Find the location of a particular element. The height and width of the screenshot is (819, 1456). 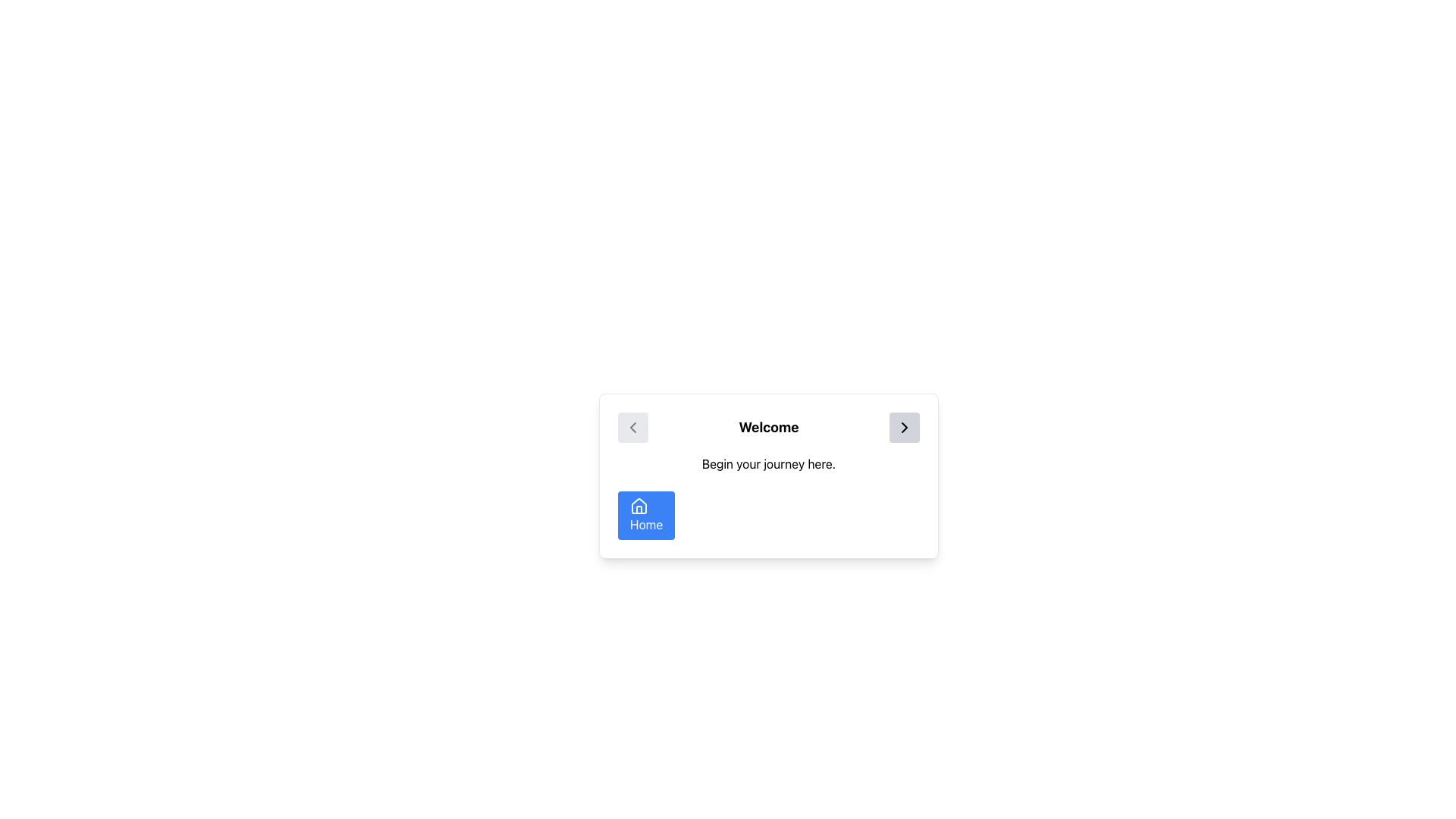

the roof part of the house icon located within the blue 'Home' button at the bottom left corner of the panel is located at coordinates (639, 506).